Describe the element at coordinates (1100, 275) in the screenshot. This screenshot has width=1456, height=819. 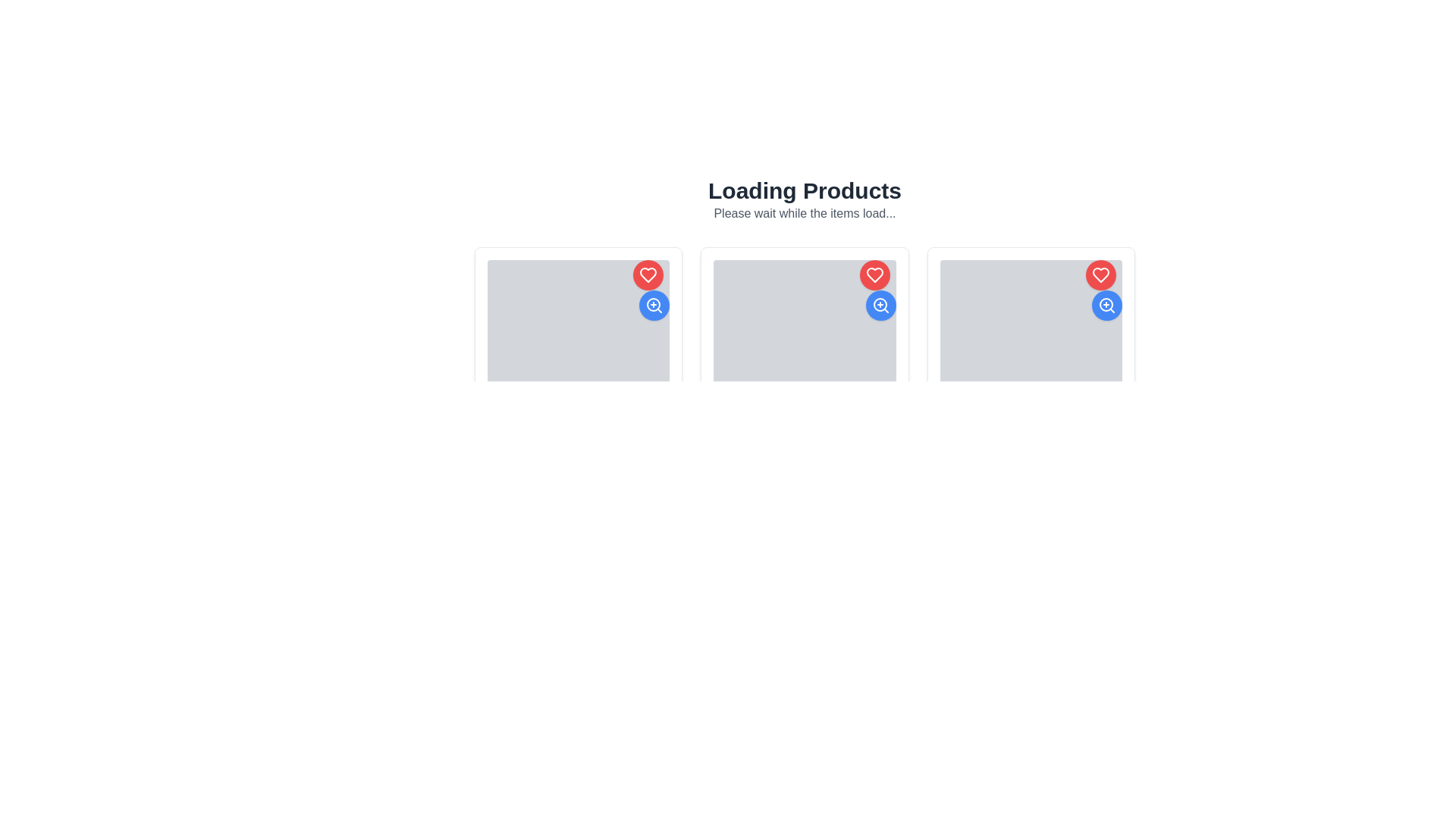
I see `the circular red button with a white heart icon located in the top-right corner of the third image thumbnail` at that location.